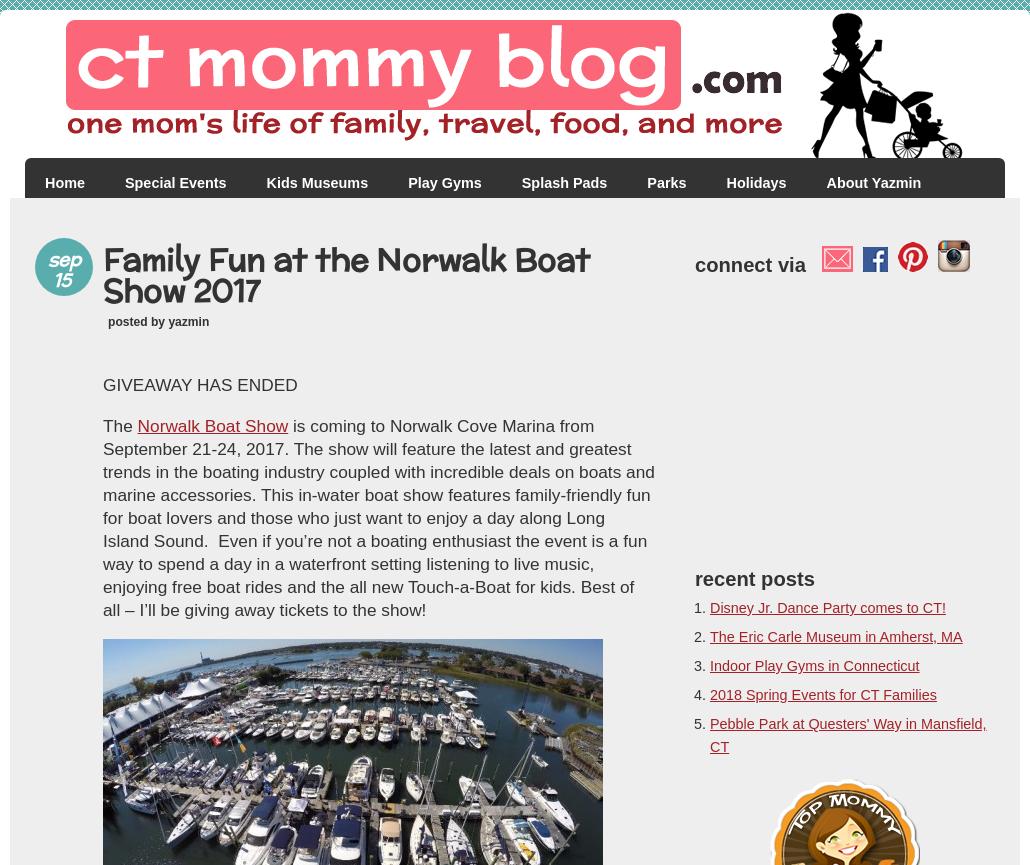 This screenshot has width=1030, height=865. Describe the element at coordinates (53, 279) in the screenshot. I see `'15'` at that location.